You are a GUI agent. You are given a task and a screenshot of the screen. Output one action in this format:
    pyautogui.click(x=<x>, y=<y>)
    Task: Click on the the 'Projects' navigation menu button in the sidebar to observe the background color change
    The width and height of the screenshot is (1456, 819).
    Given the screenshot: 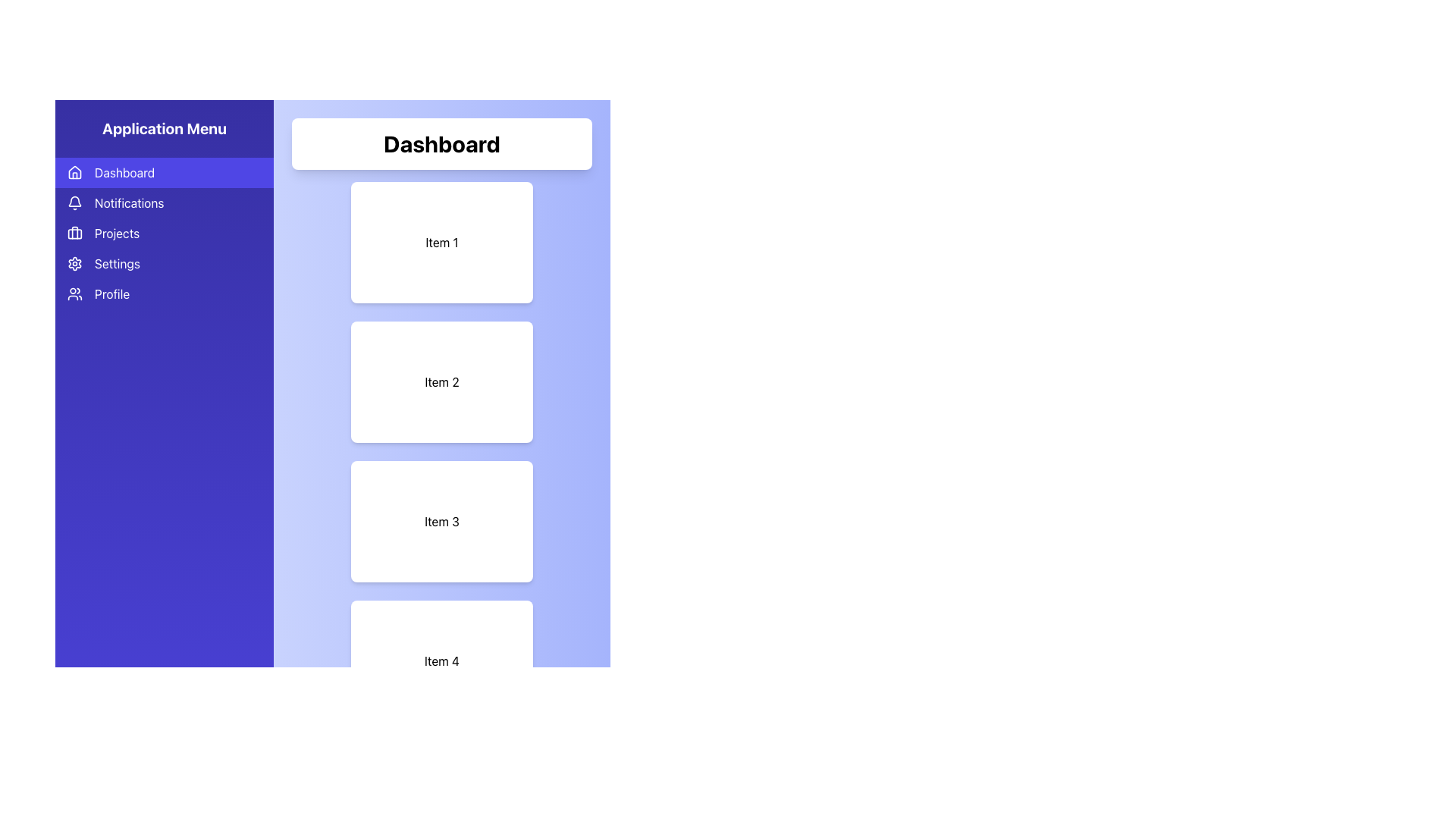 What is the action you would take?
    pyautogui.click(x=164, y=234)
    